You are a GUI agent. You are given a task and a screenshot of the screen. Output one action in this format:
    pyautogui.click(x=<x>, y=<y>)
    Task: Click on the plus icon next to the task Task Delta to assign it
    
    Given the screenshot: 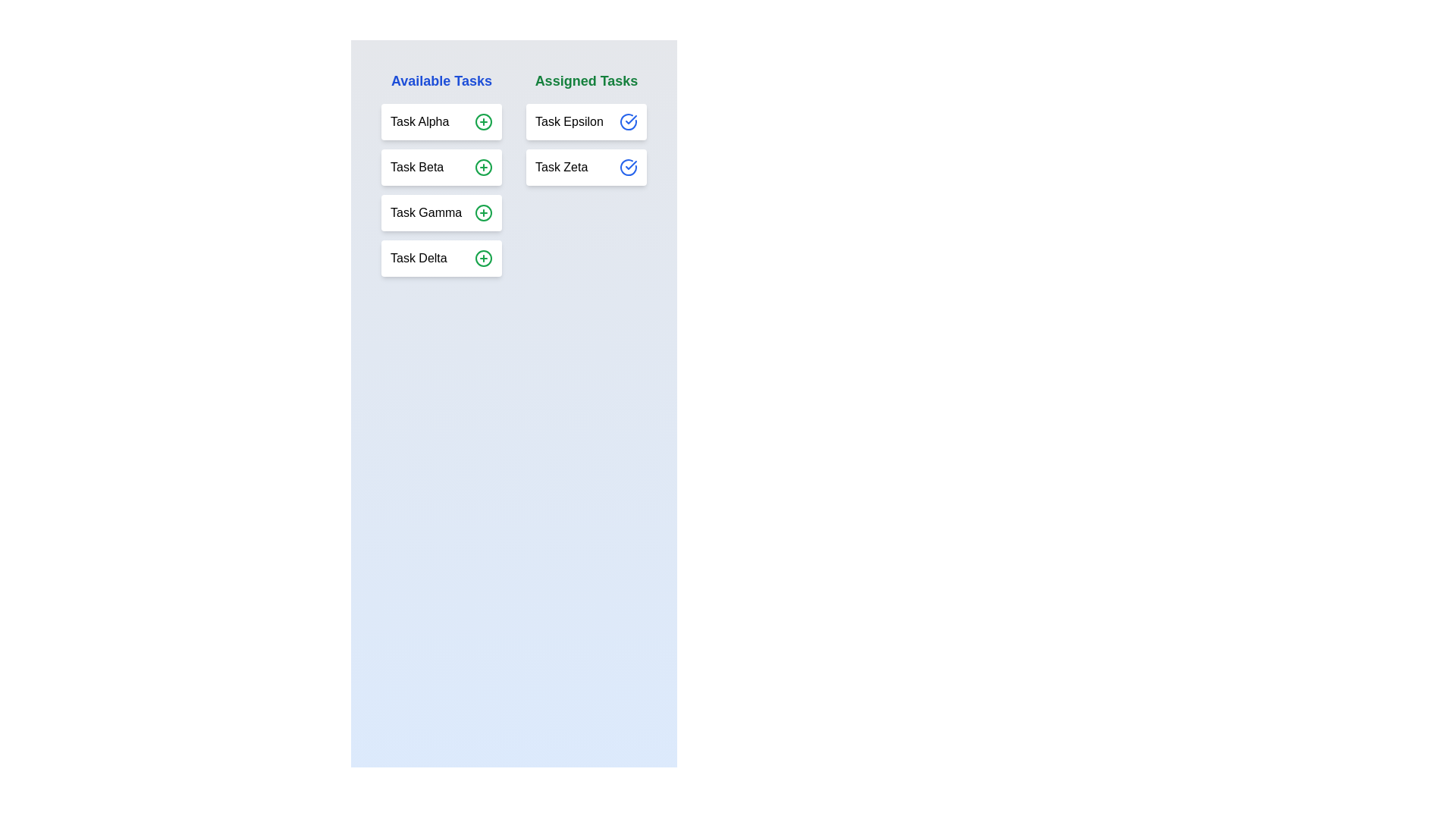 What is the action you would take?
    pyautogui.click(x=483, y=257)
    